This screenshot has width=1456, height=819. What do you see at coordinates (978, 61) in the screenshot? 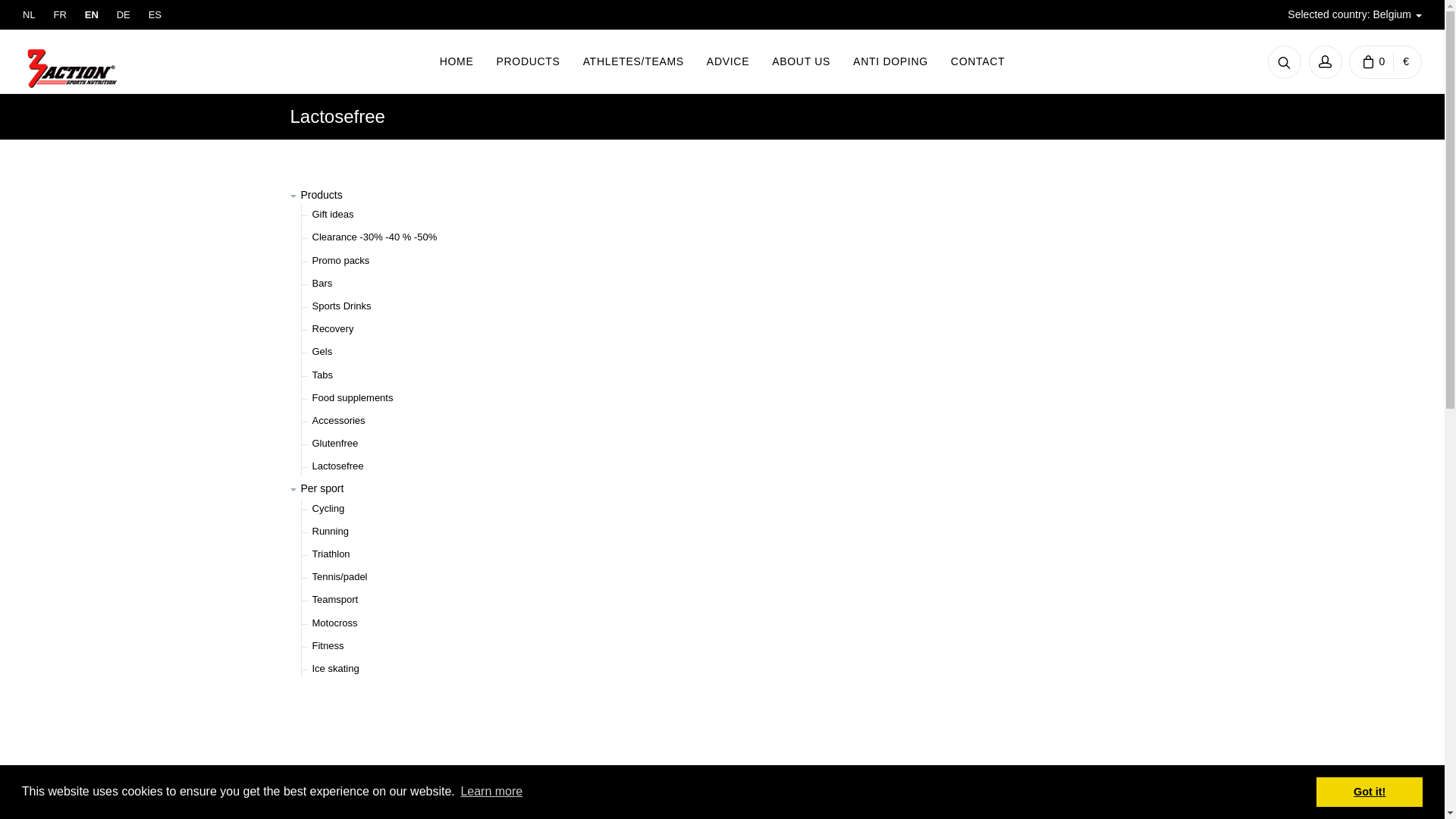
I see `'CONTACT'` at bounding box center [978, 61].